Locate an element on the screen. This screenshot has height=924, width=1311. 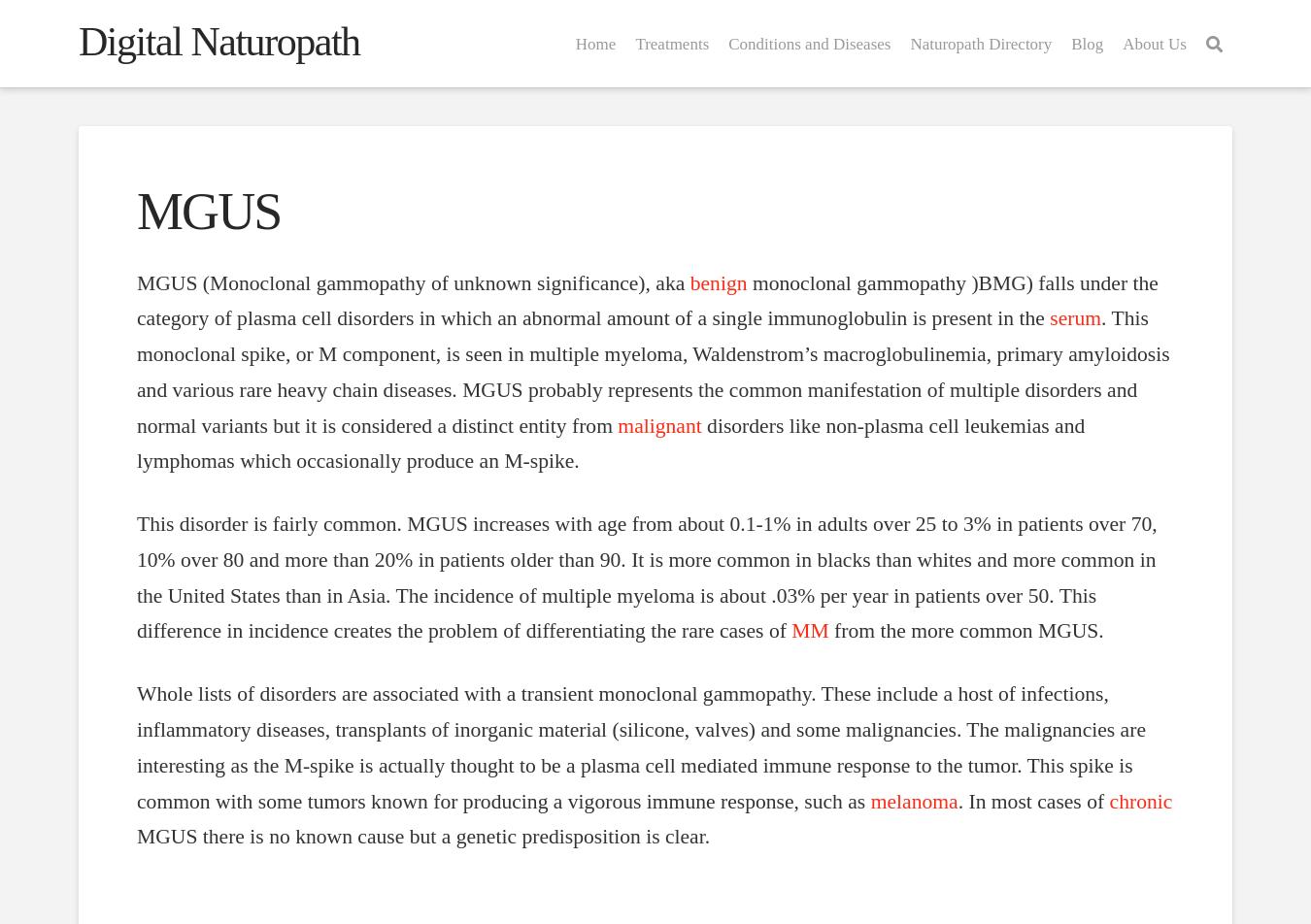
'Digital Naturopath' is located at coordinates (218, 42).